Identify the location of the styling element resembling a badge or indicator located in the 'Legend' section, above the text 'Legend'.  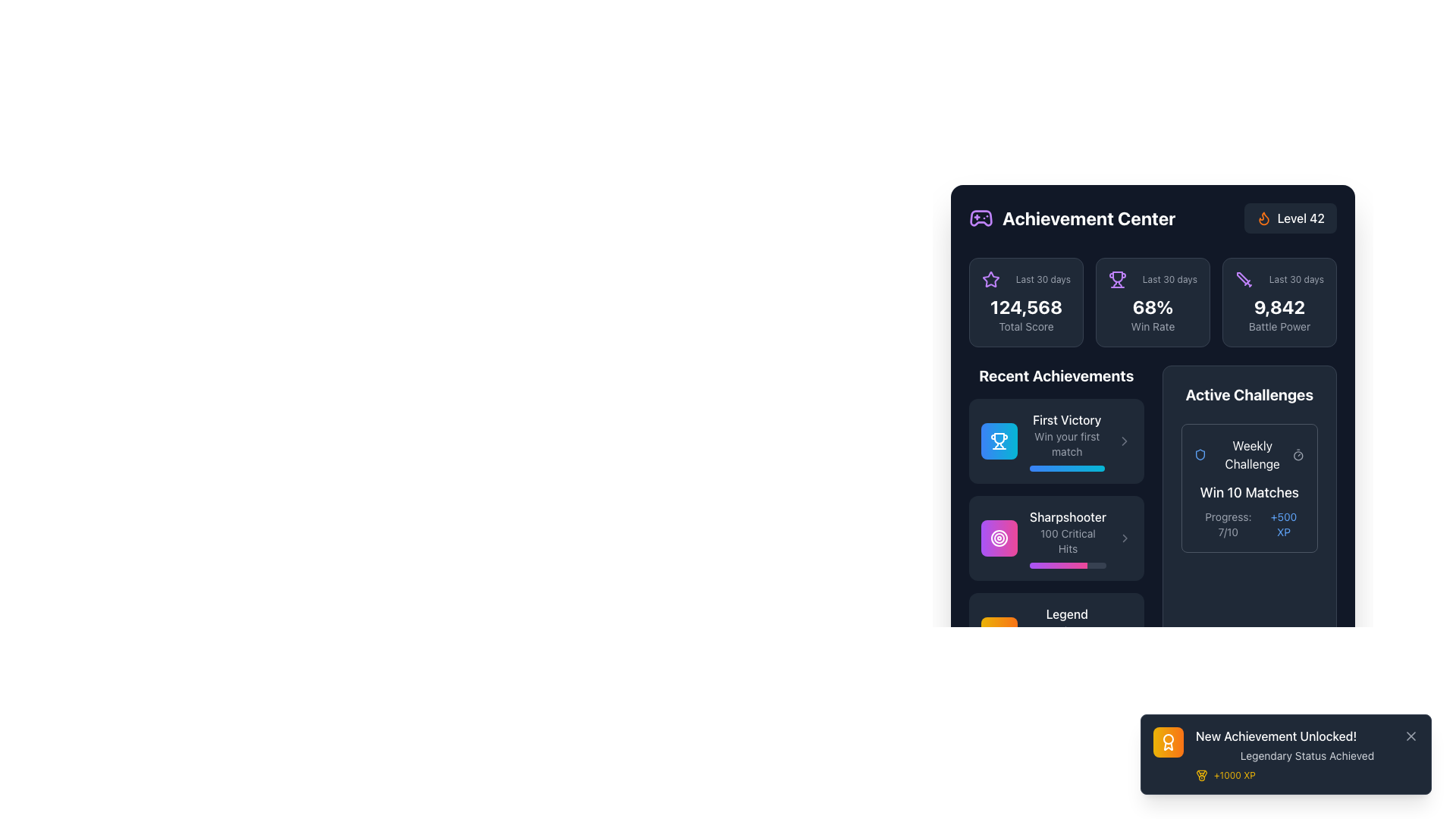
(999, 635).